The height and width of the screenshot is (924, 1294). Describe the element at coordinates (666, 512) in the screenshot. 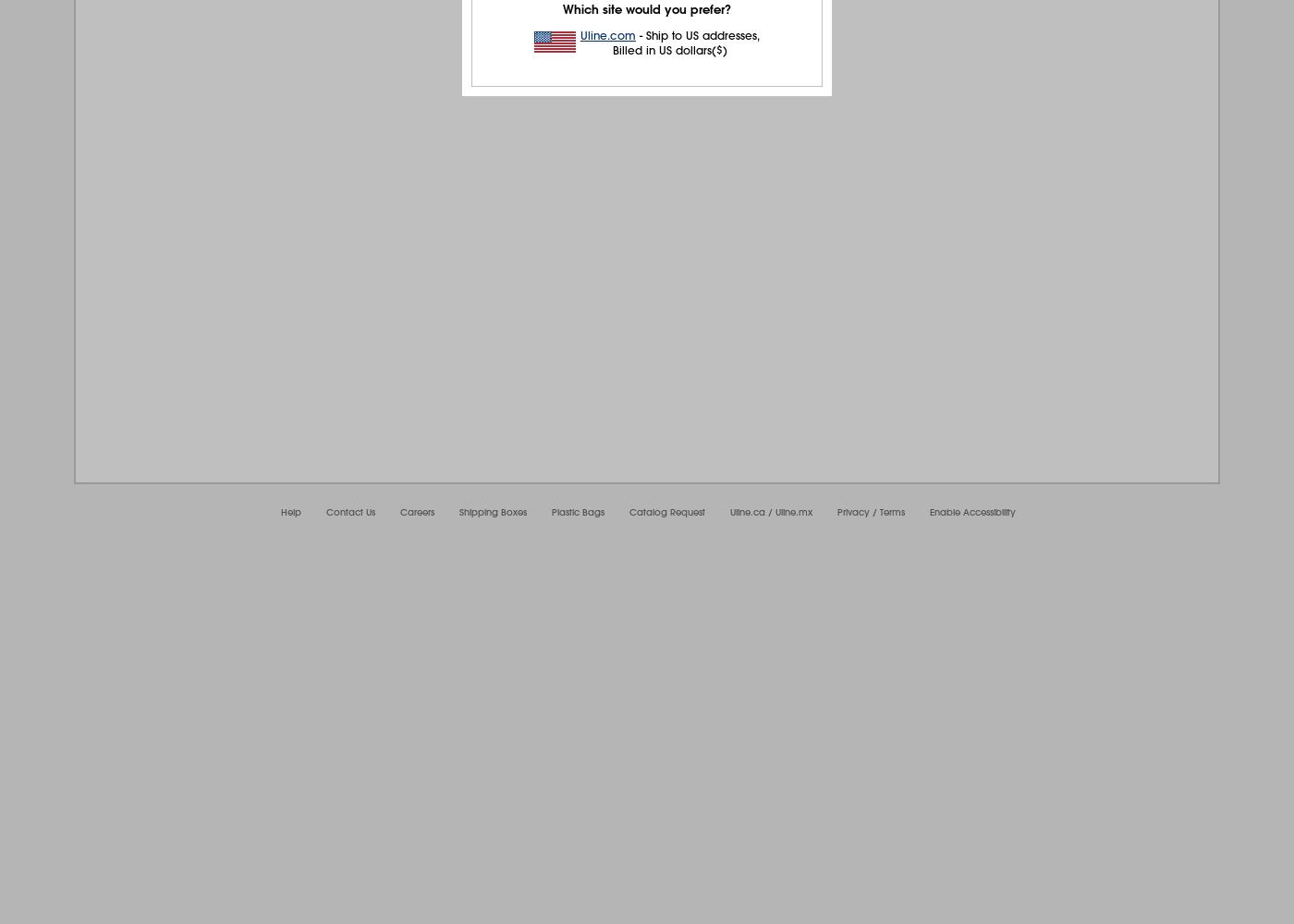

I see `'Catalog Request'` at that location.